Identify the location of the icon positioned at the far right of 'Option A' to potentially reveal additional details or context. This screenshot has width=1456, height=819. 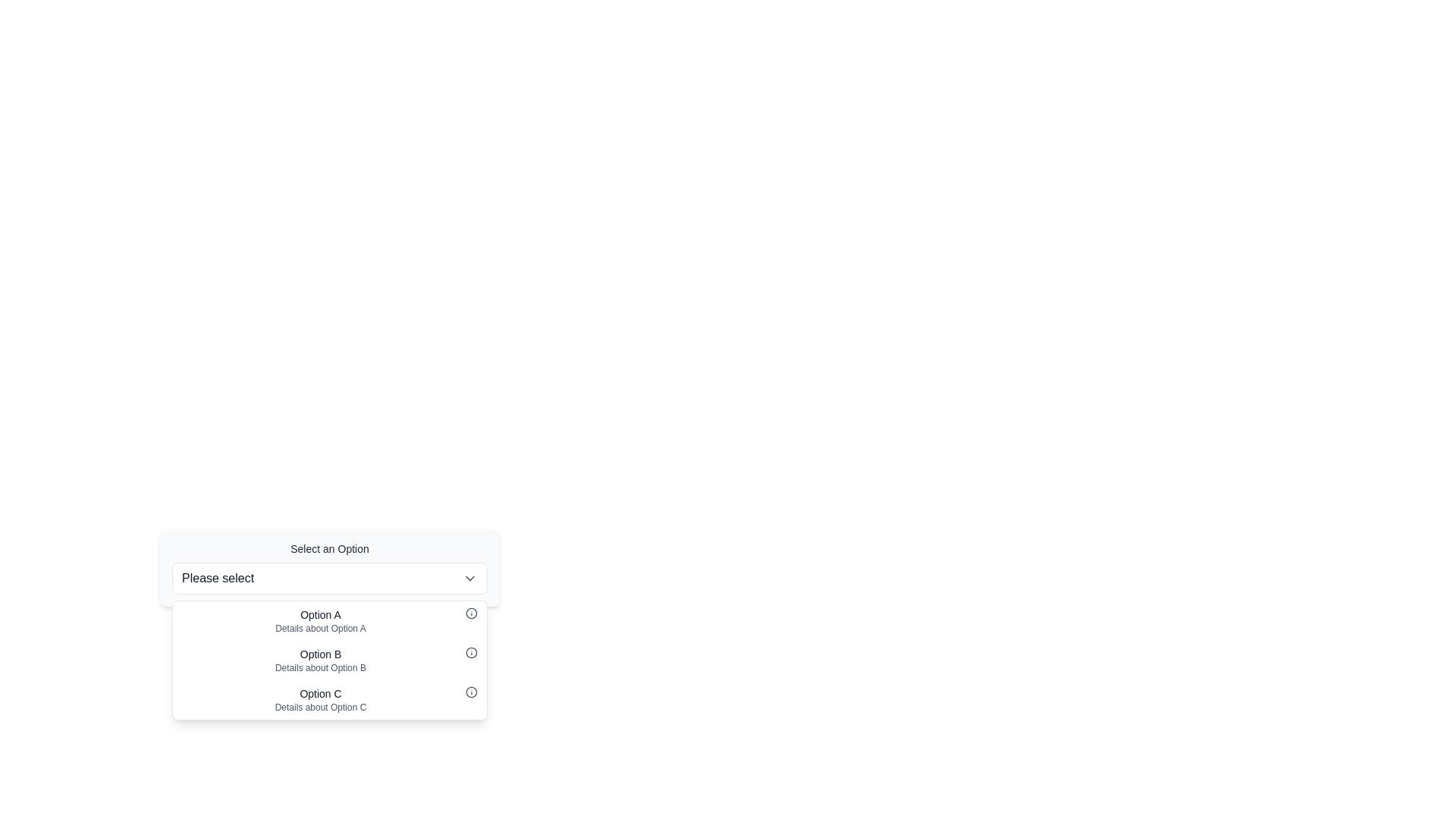
(471, 613).